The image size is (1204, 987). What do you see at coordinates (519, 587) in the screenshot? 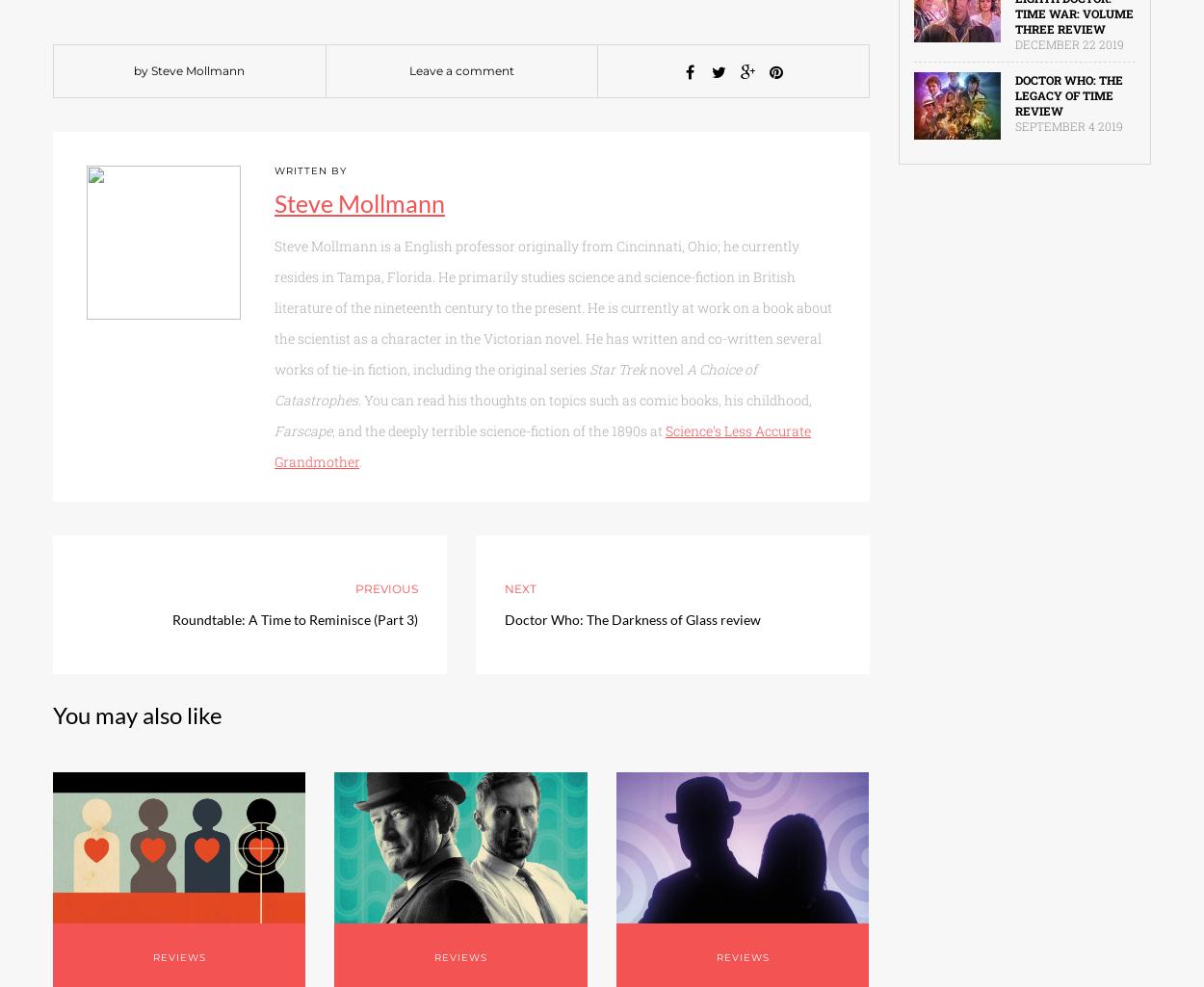
I see `'Next'` at bounding box center [519, 587].